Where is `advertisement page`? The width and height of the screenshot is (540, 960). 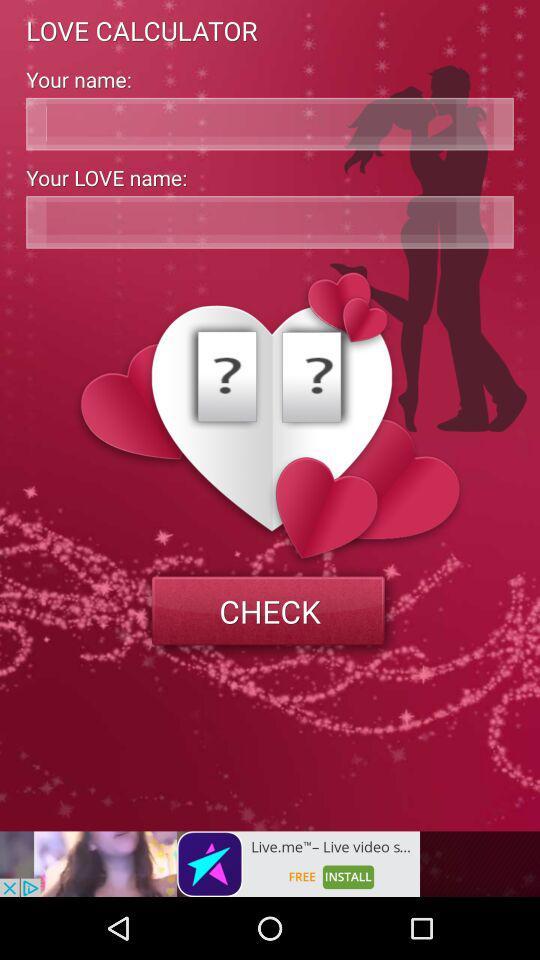 advertisement page is located at coordinates (209, 863).